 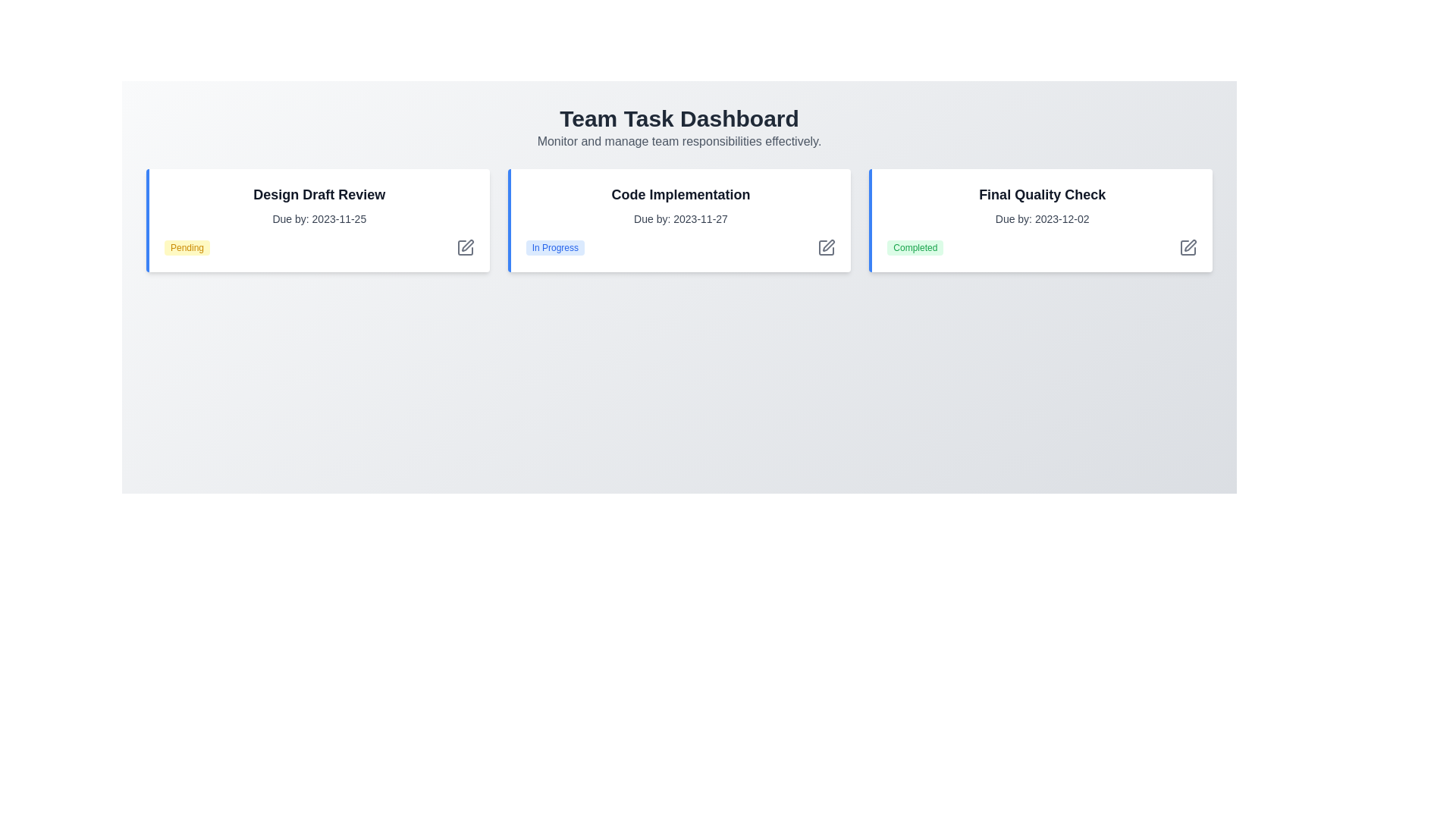 I want to click on the static text label that communicates the deadline for the task, which displays '2023-12-02' and is located below the task title 'Final Quality Check' on the right side of the dashboard, so click(x=1041, y=219).